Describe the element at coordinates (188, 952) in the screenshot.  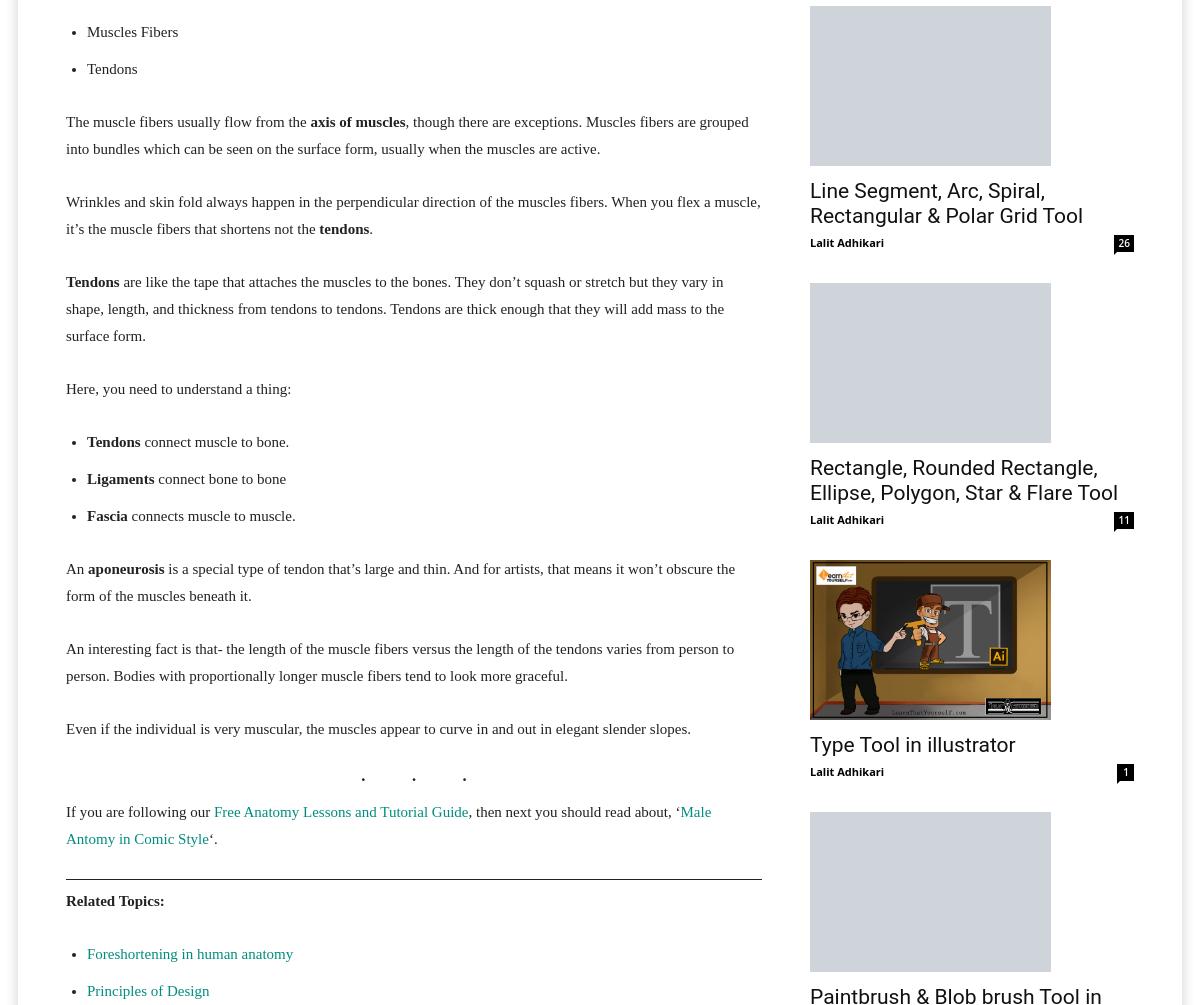
I see `'Foreshortening in human anatomy'` at that location.